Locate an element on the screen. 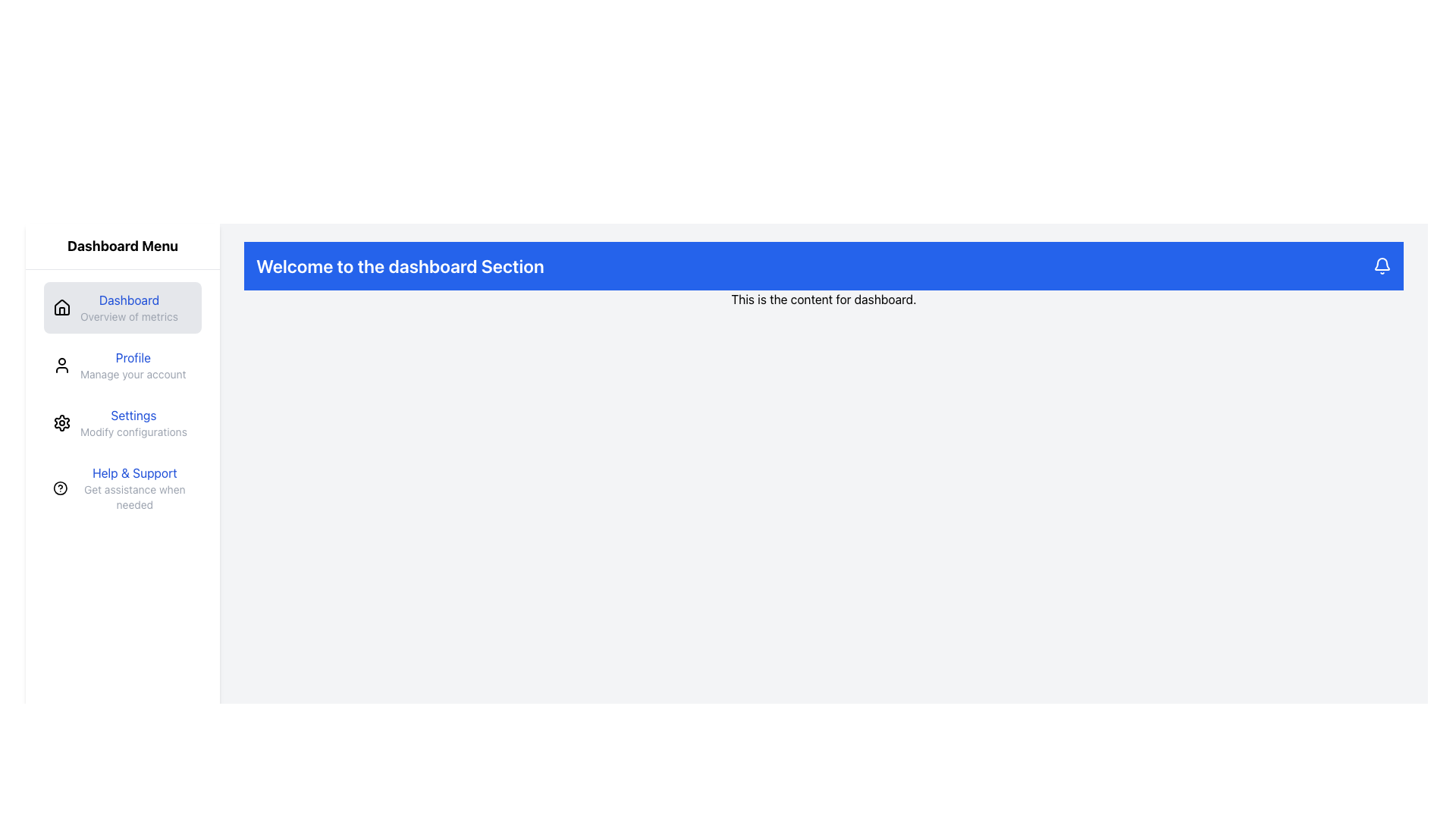 This screenshot has height=819, width=1456. the second item in the vertical sidebar menu, which provides access to profile management settings, to potentially reveal more options or effects is located at coordinates (123, 366).